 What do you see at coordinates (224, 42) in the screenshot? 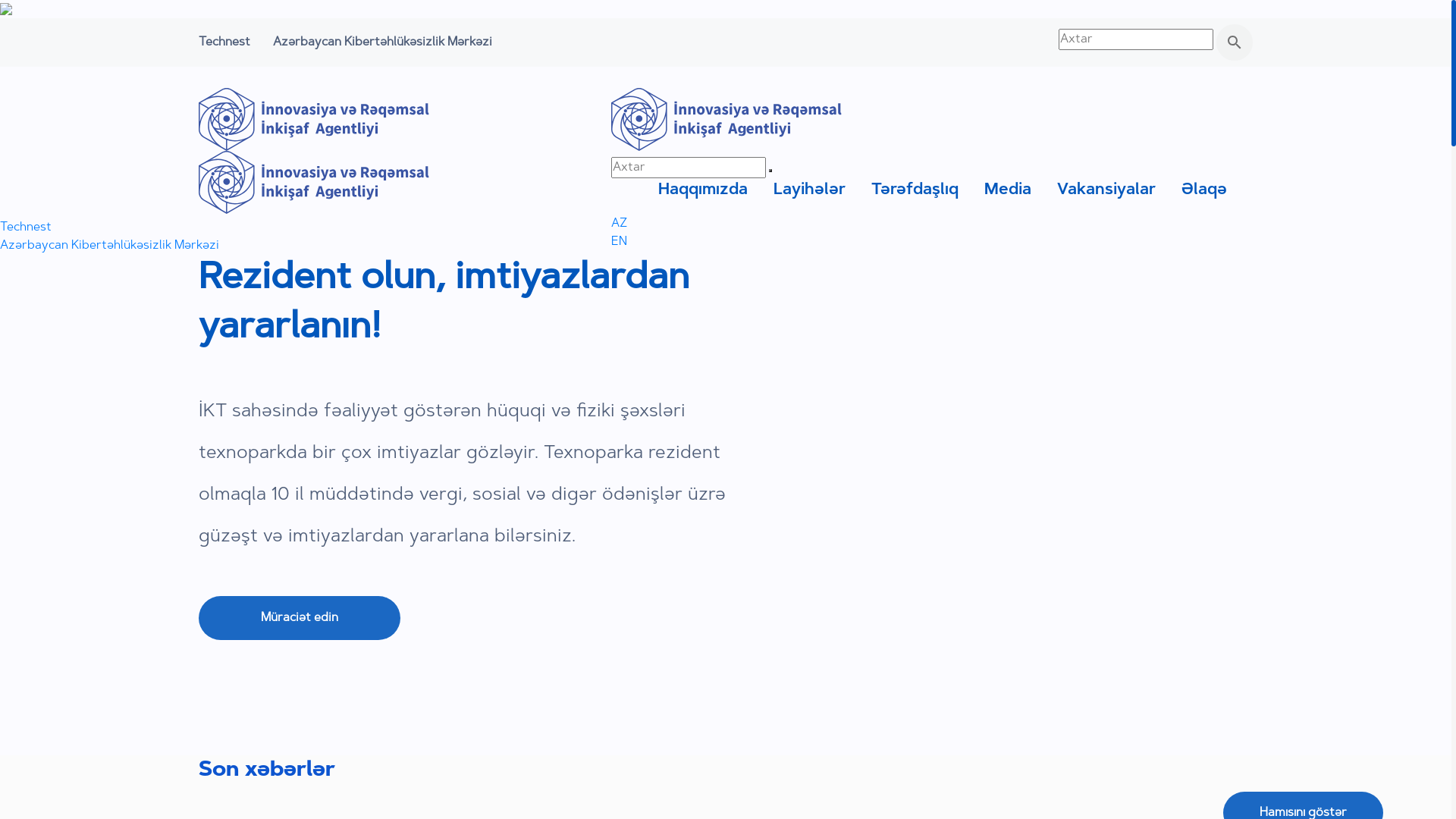
I see `'Technest'` at bounding box center [224, 42].